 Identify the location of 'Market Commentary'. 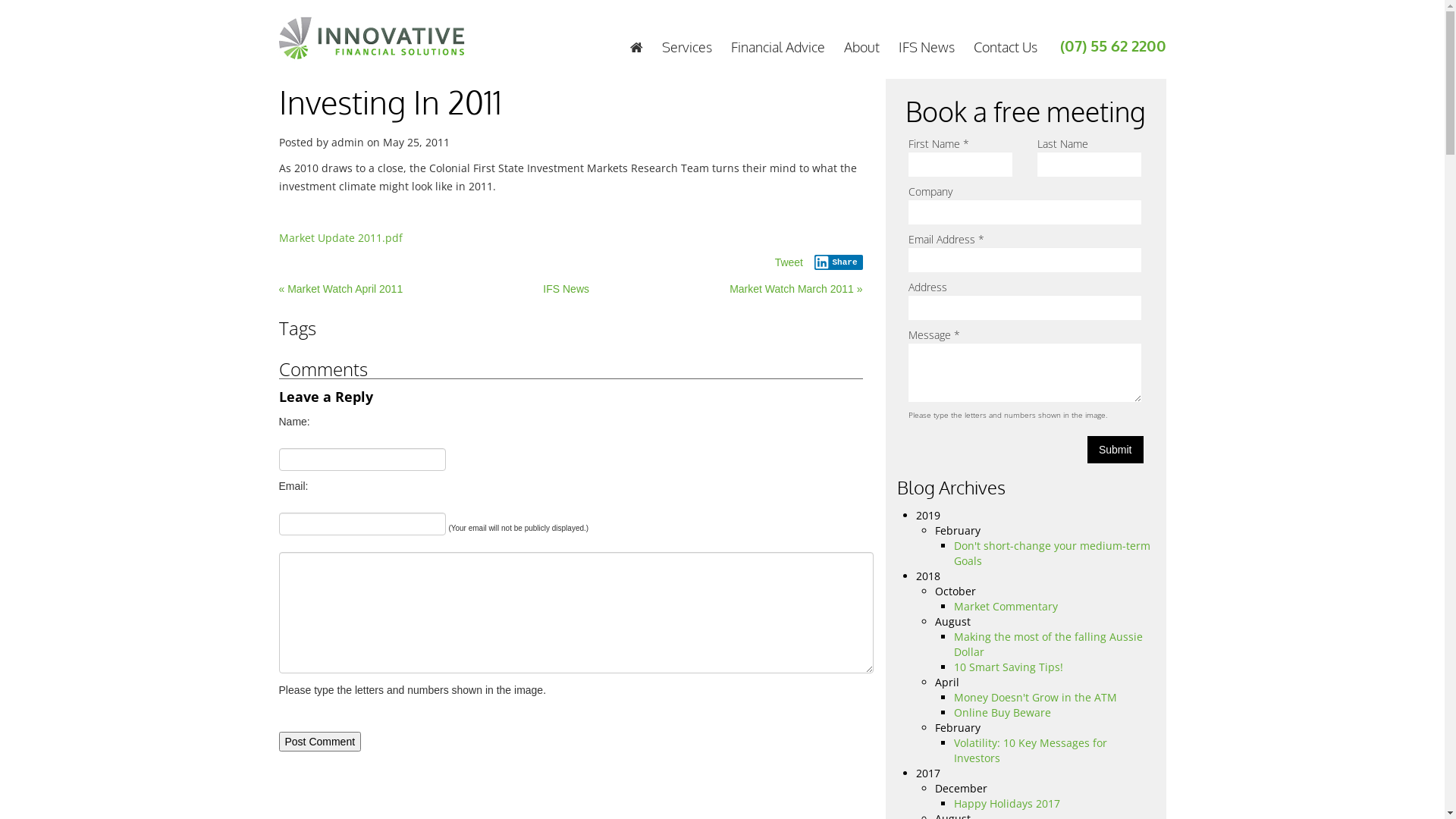
(1006, 605).